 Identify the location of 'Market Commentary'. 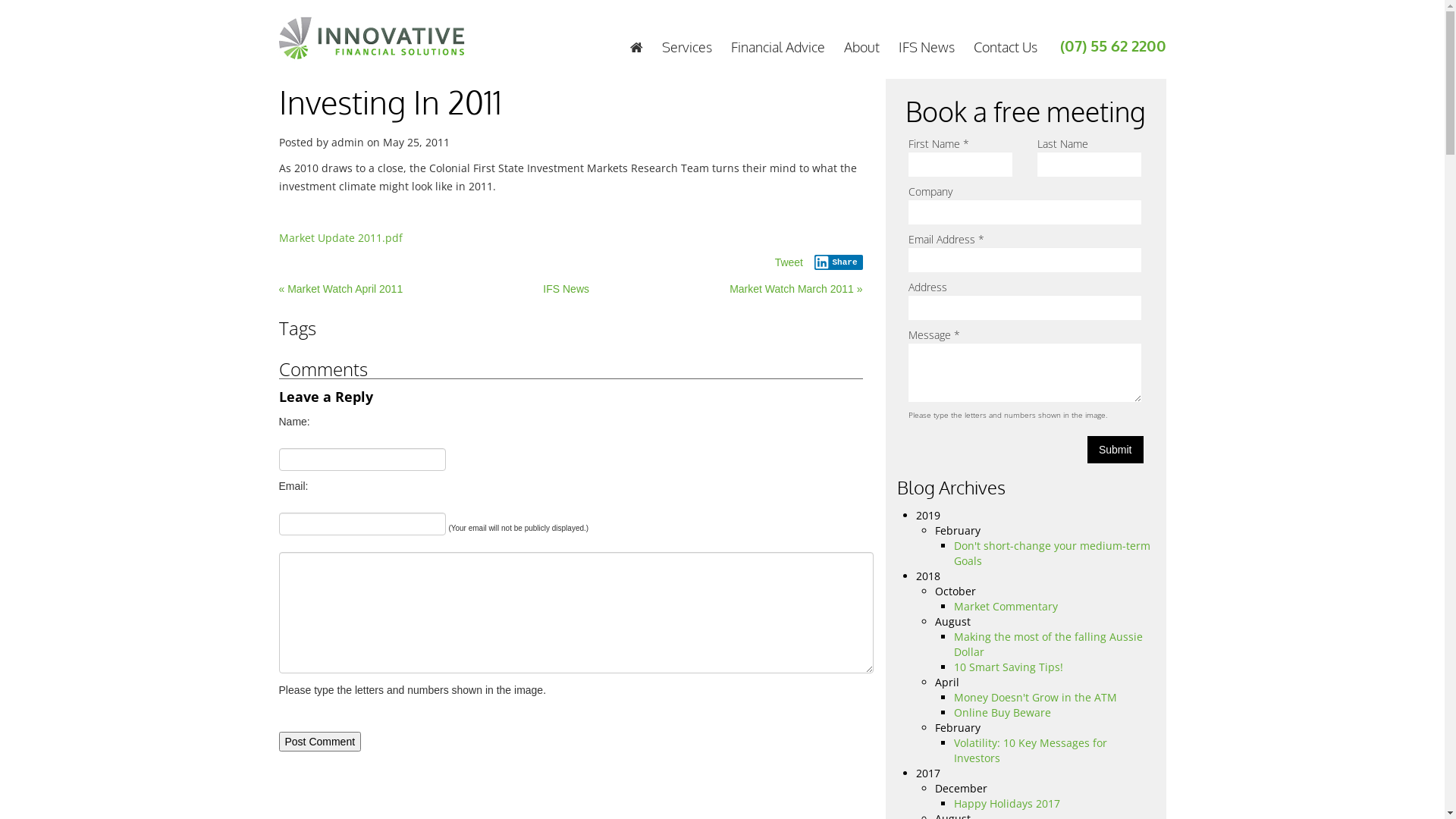
(1006, 605).